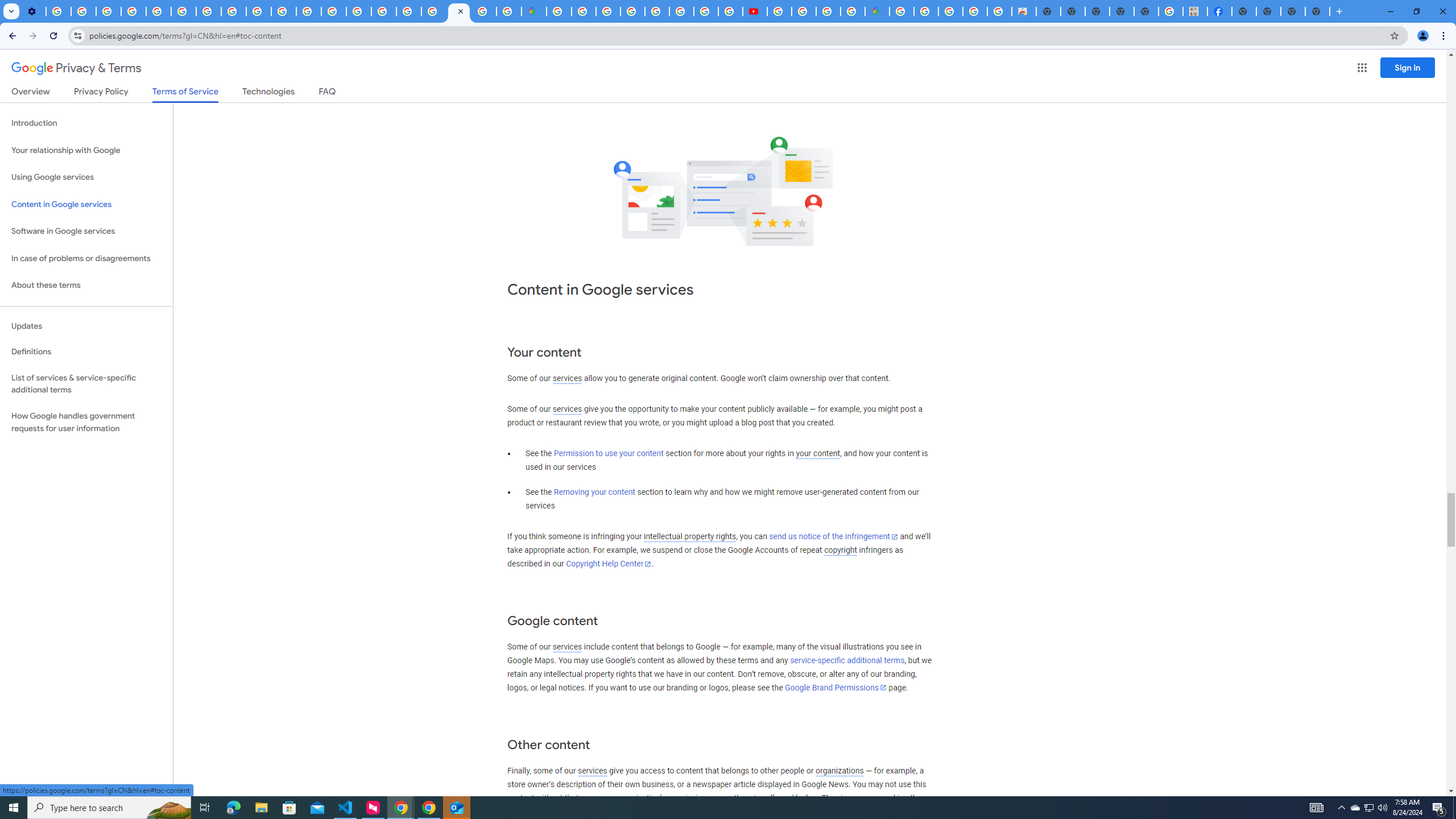 Image resolution: width=1456 pixels, height=819 pixels. I want to click on 'organizations', so click(839, 771).